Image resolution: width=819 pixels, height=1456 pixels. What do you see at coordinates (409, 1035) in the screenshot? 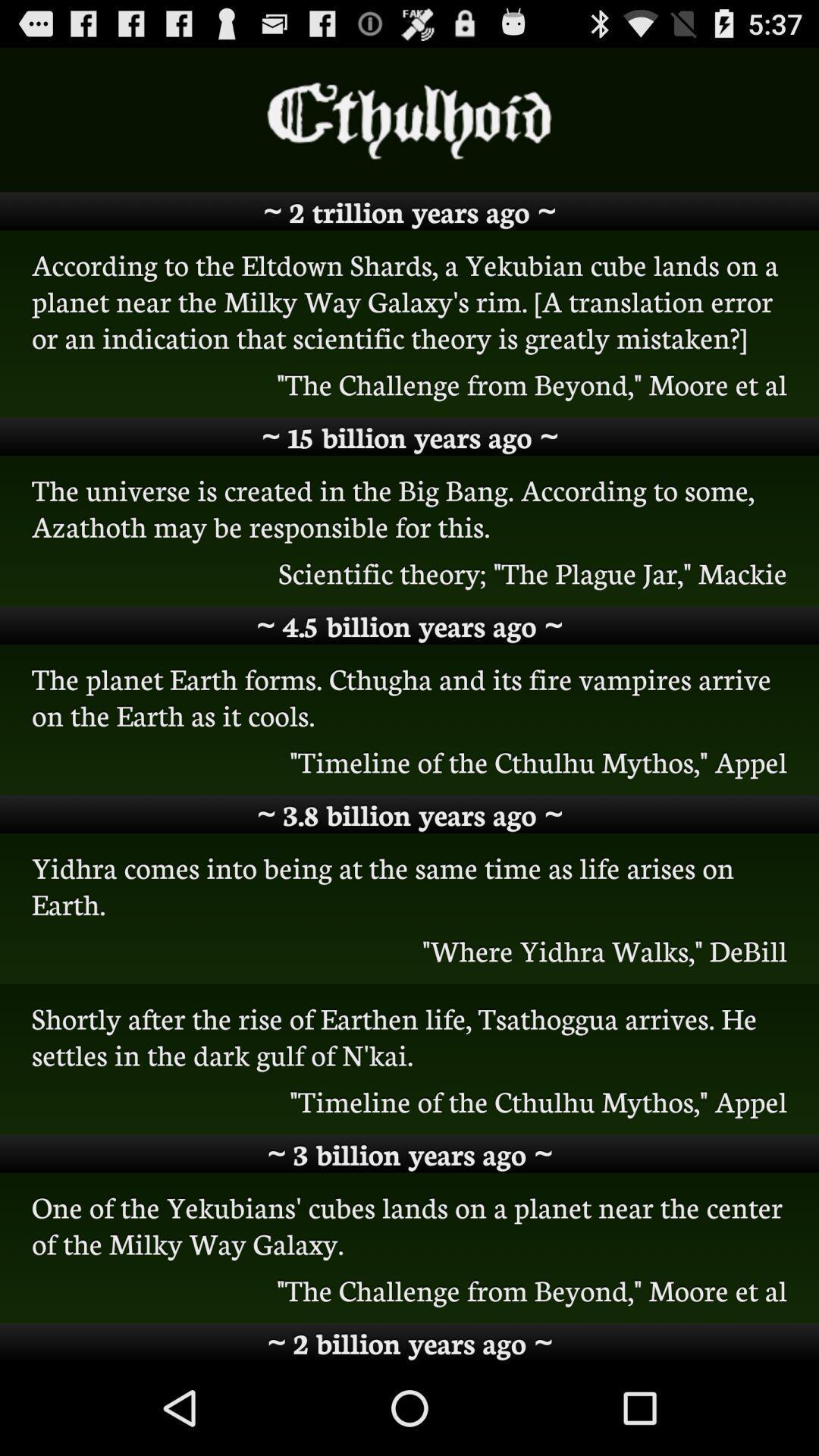
I see `shortly after the icon` at bounding box center [409, 1035].